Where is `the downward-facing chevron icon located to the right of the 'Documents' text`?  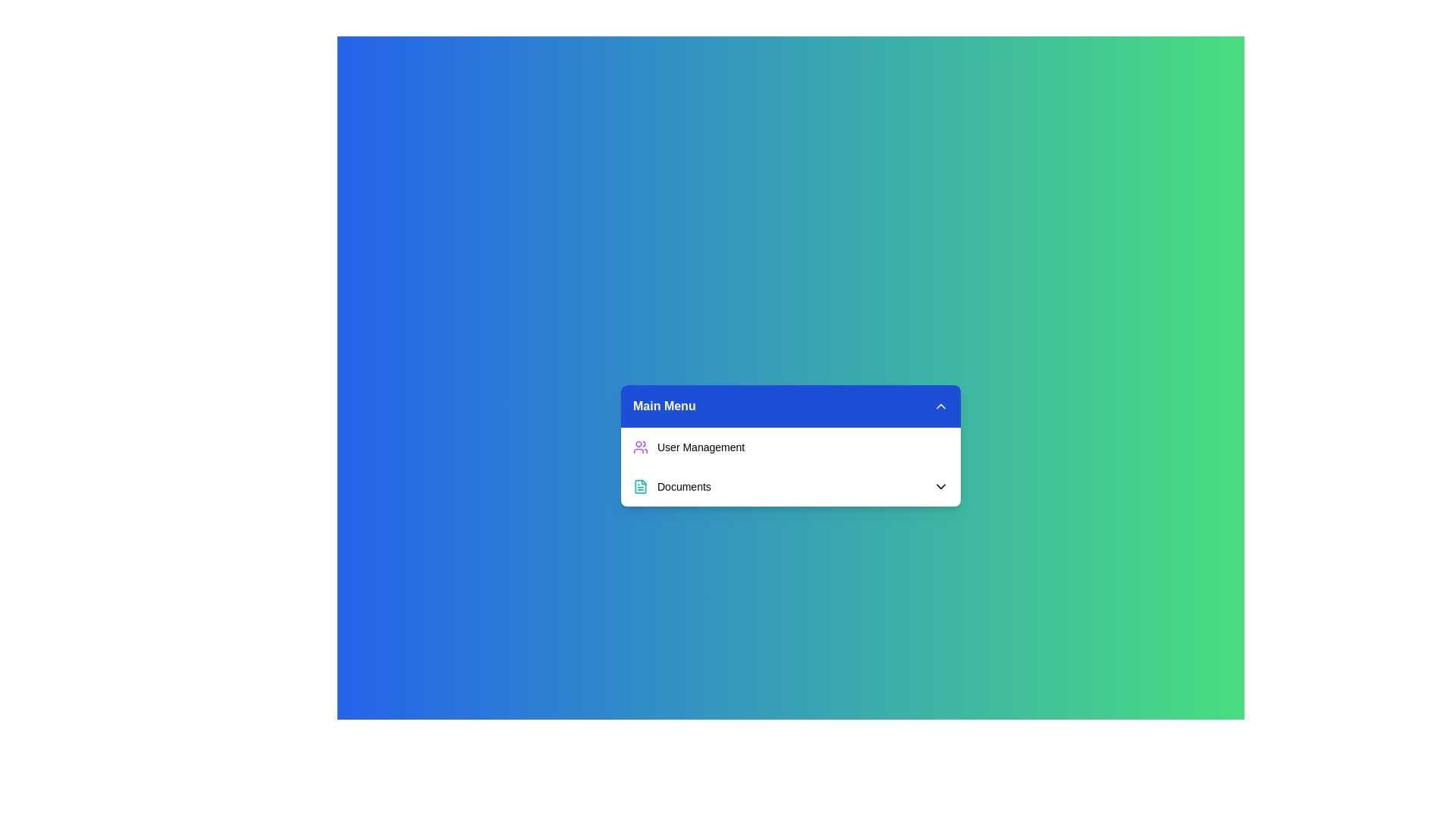
the downward-facing chevron icon located to the right of the 'Documents' text is located at coordinates (940, 486).